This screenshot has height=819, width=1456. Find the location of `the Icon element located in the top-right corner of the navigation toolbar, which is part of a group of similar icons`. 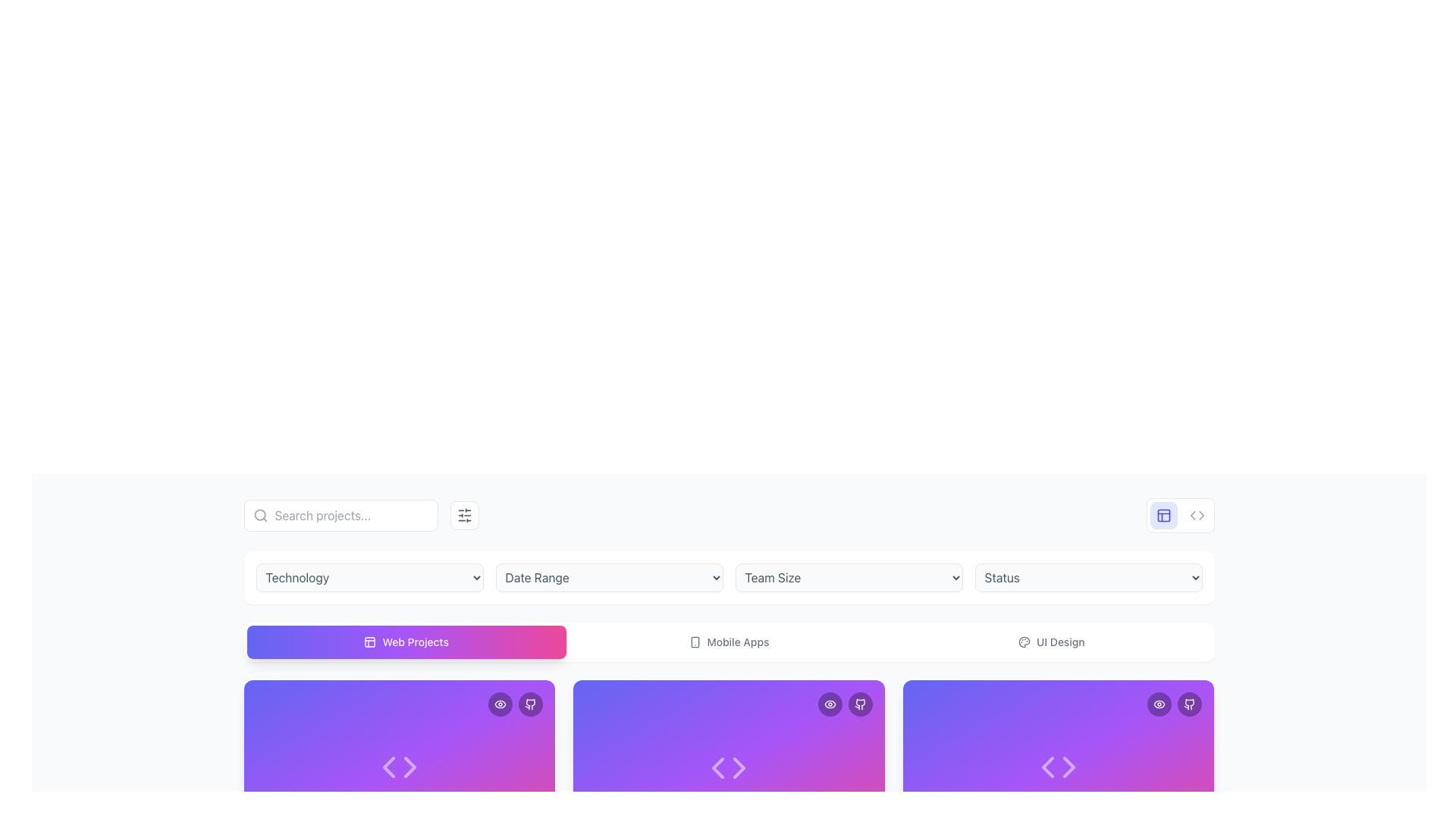

the Icon element located in the top-right corner of the navigation toolbar, which is part of a group of similar icons is located at coordinates (1163, 514).